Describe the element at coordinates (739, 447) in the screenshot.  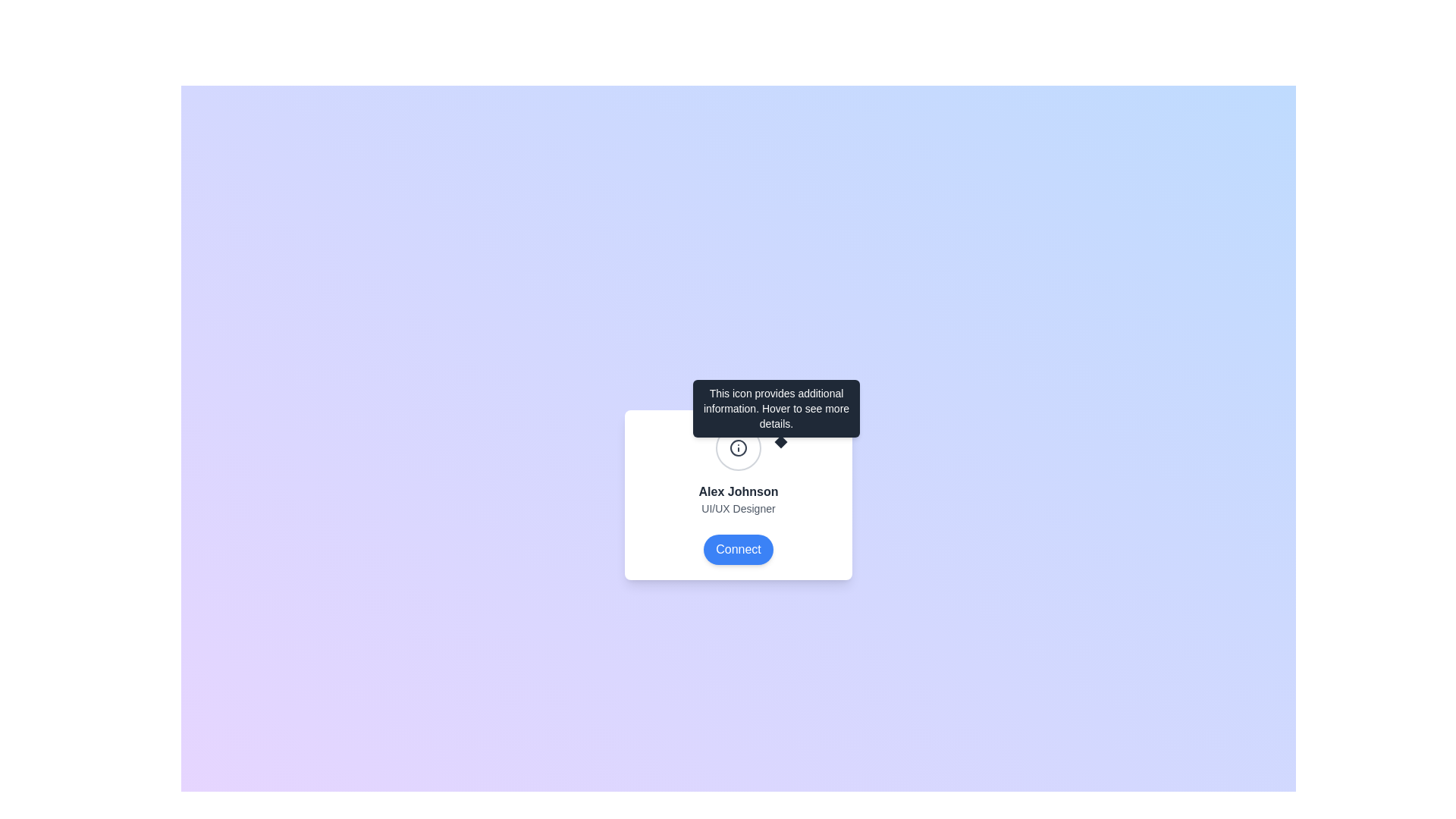
I see `the circular information icon with a gray border and blue center containing an 'i' symbol, located above the text 'Alex Johnson'` at that location.